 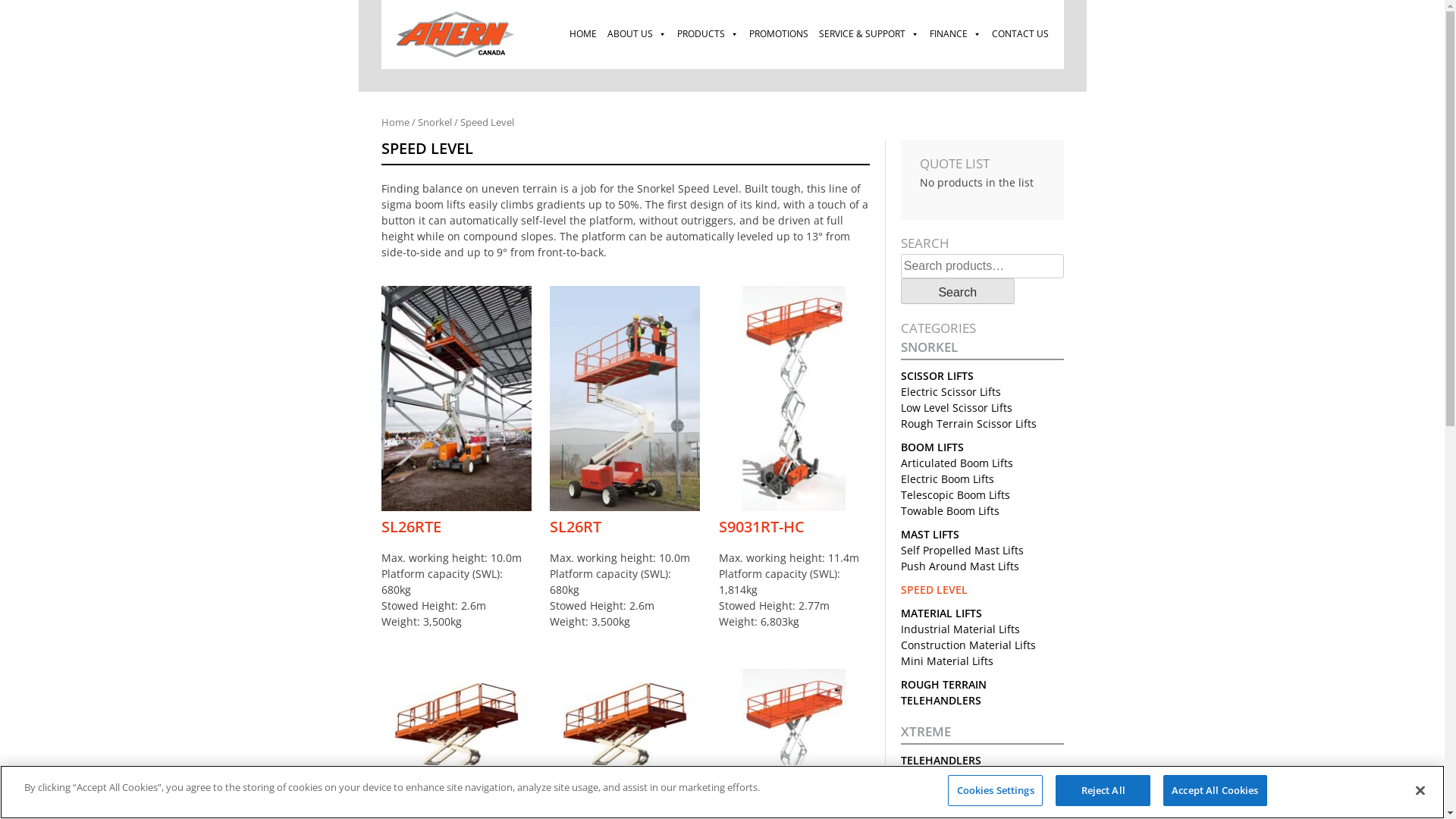 I want to click on 'PROMOTIONS', so click(x=742, y=34).